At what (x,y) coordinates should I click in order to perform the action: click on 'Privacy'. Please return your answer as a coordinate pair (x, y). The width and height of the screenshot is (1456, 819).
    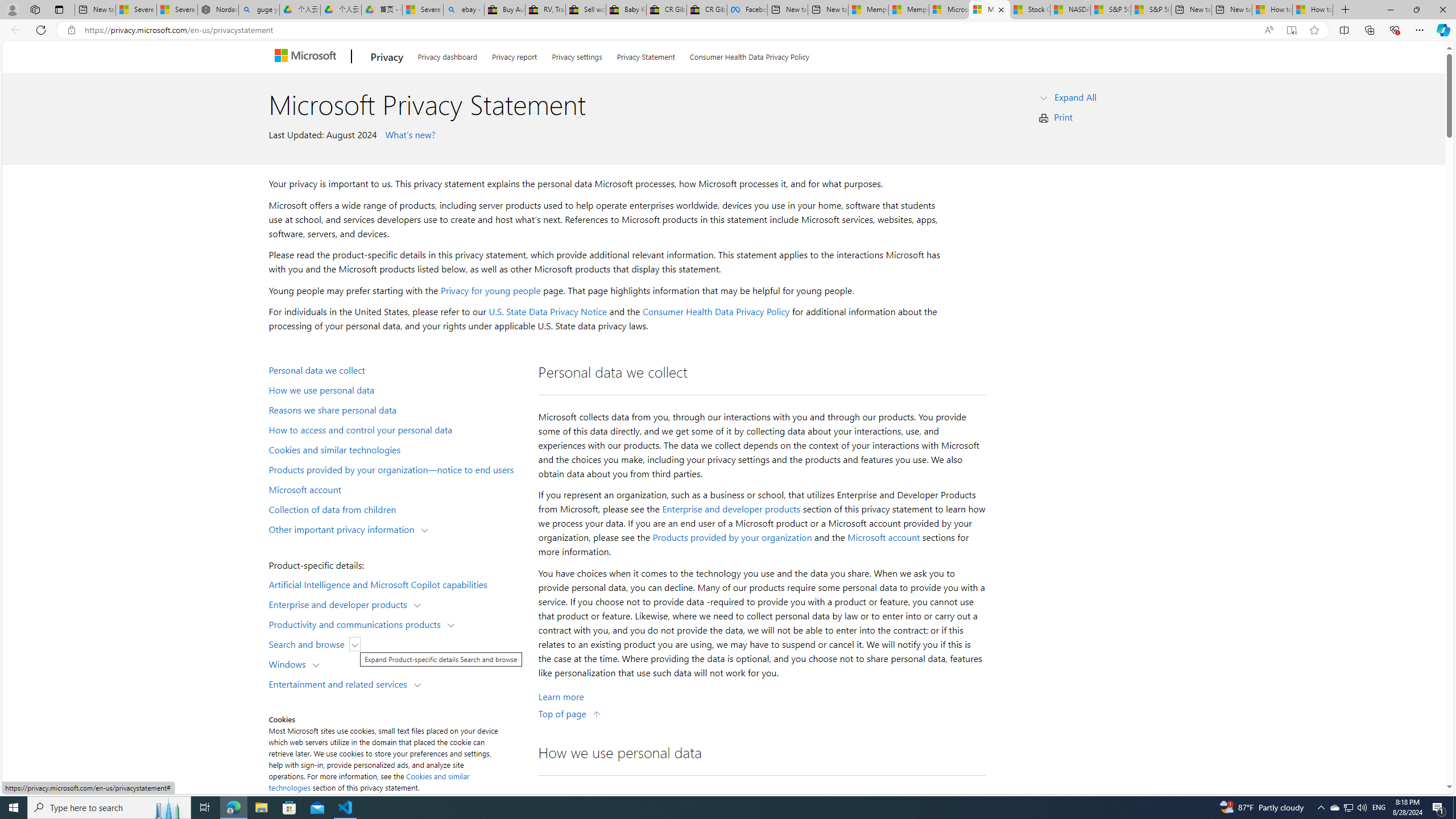
    Looking at the image, I should click on (386, 56).